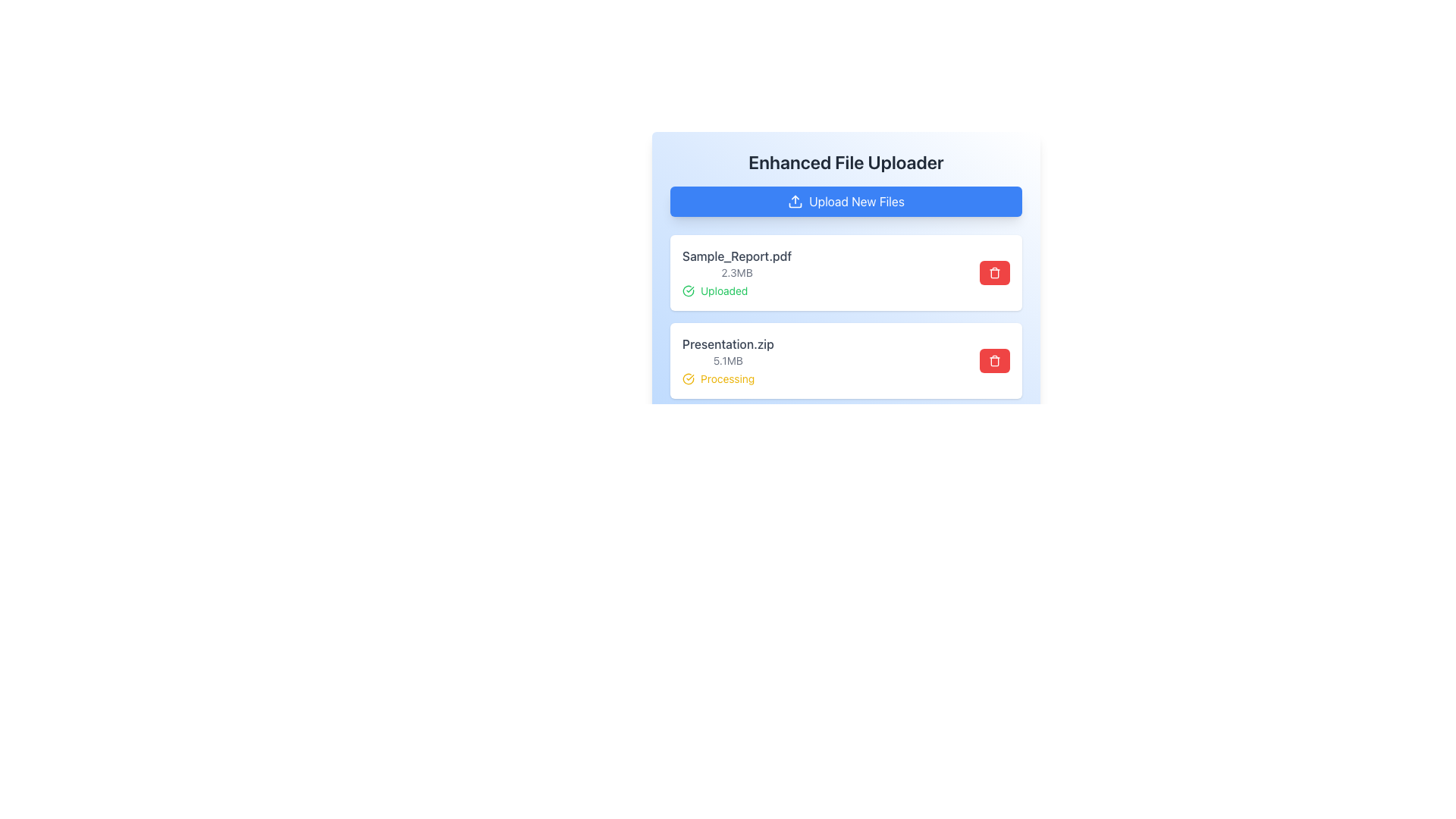 This screenshot has width=1456, height=819. Describe the element at coordinates (846, 201) in the screenshot. I see `the 'Upload New Files' button, which is a blue rectangular button with rounded corners located below the 'Enhanced File Uploader' heading` at that location.